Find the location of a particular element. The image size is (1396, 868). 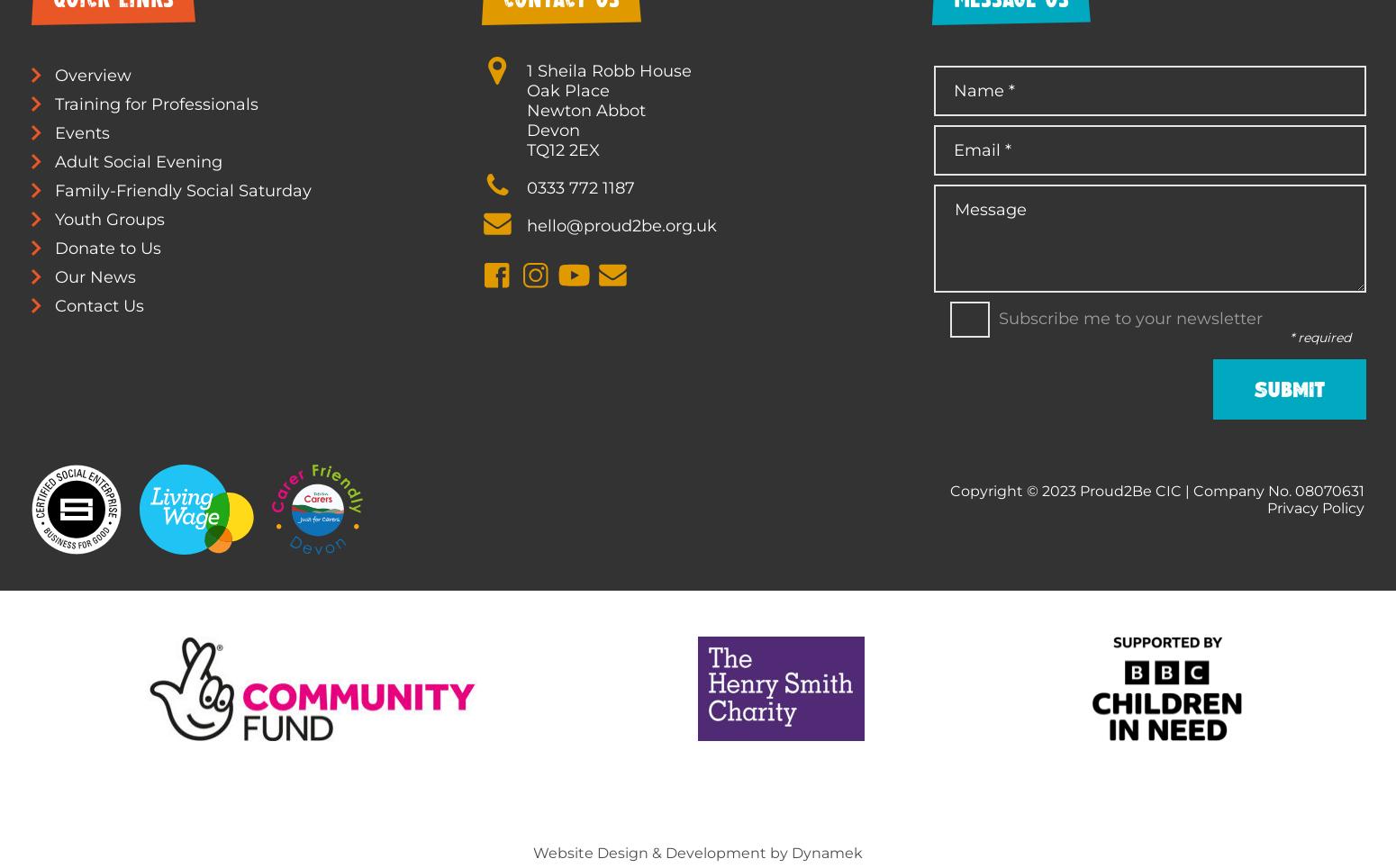

'Youth Groups' is located at coordinates (109, 218).